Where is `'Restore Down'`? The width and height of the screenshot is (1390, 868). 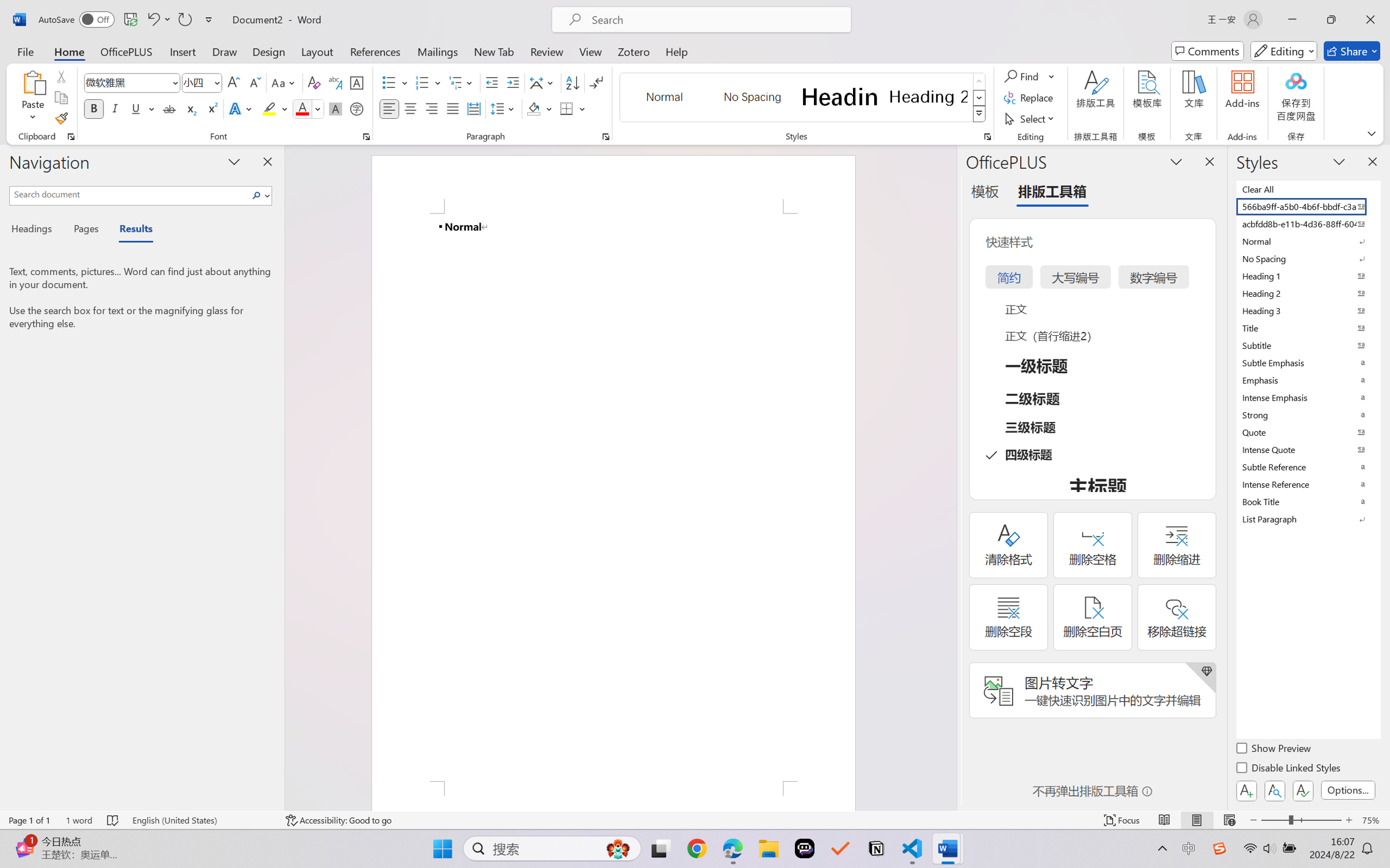
'Restore Down' is located at coordinates (1331, 19).